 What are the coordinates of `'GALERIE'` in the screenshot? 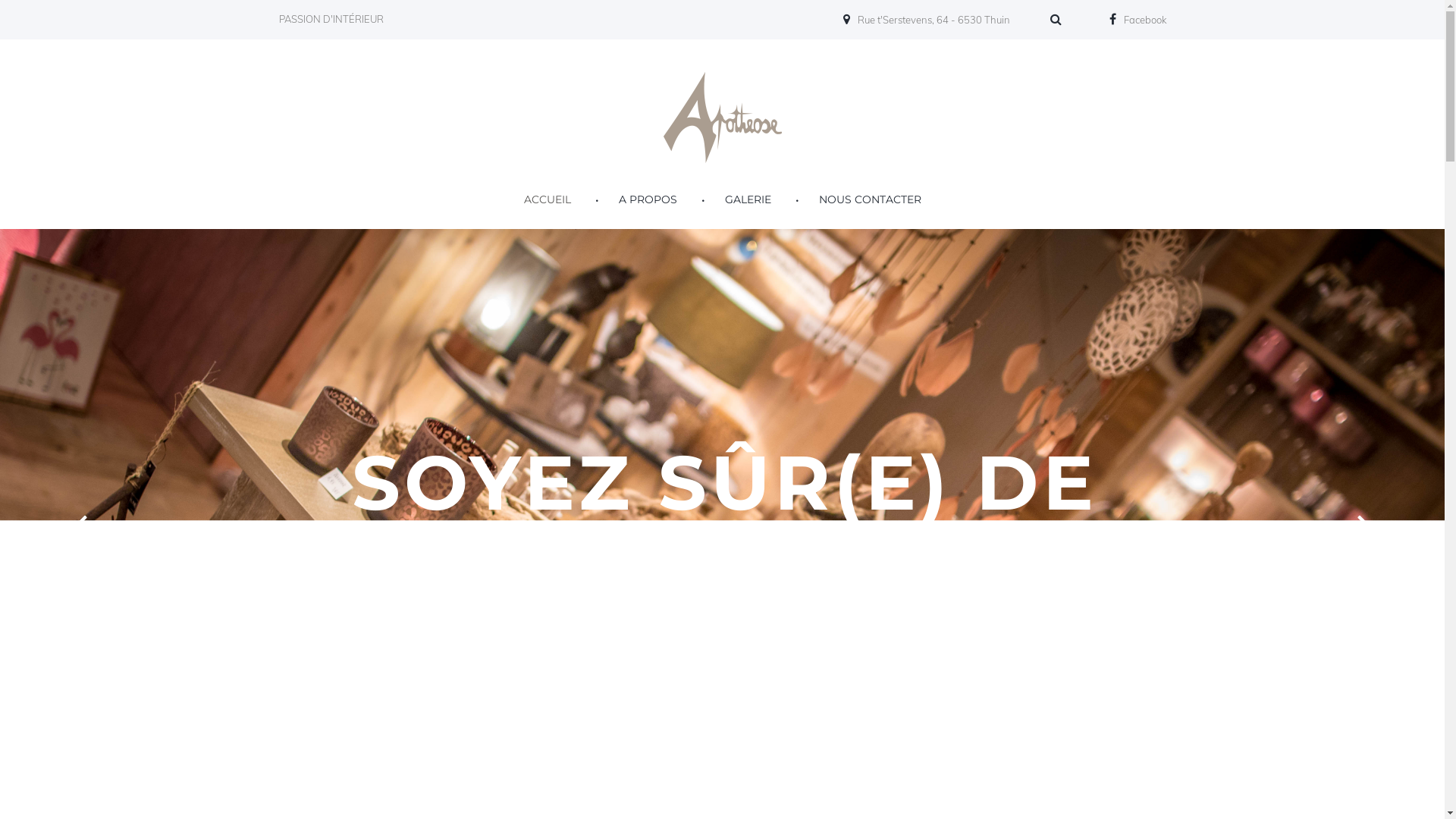 It's located at (748, 198).